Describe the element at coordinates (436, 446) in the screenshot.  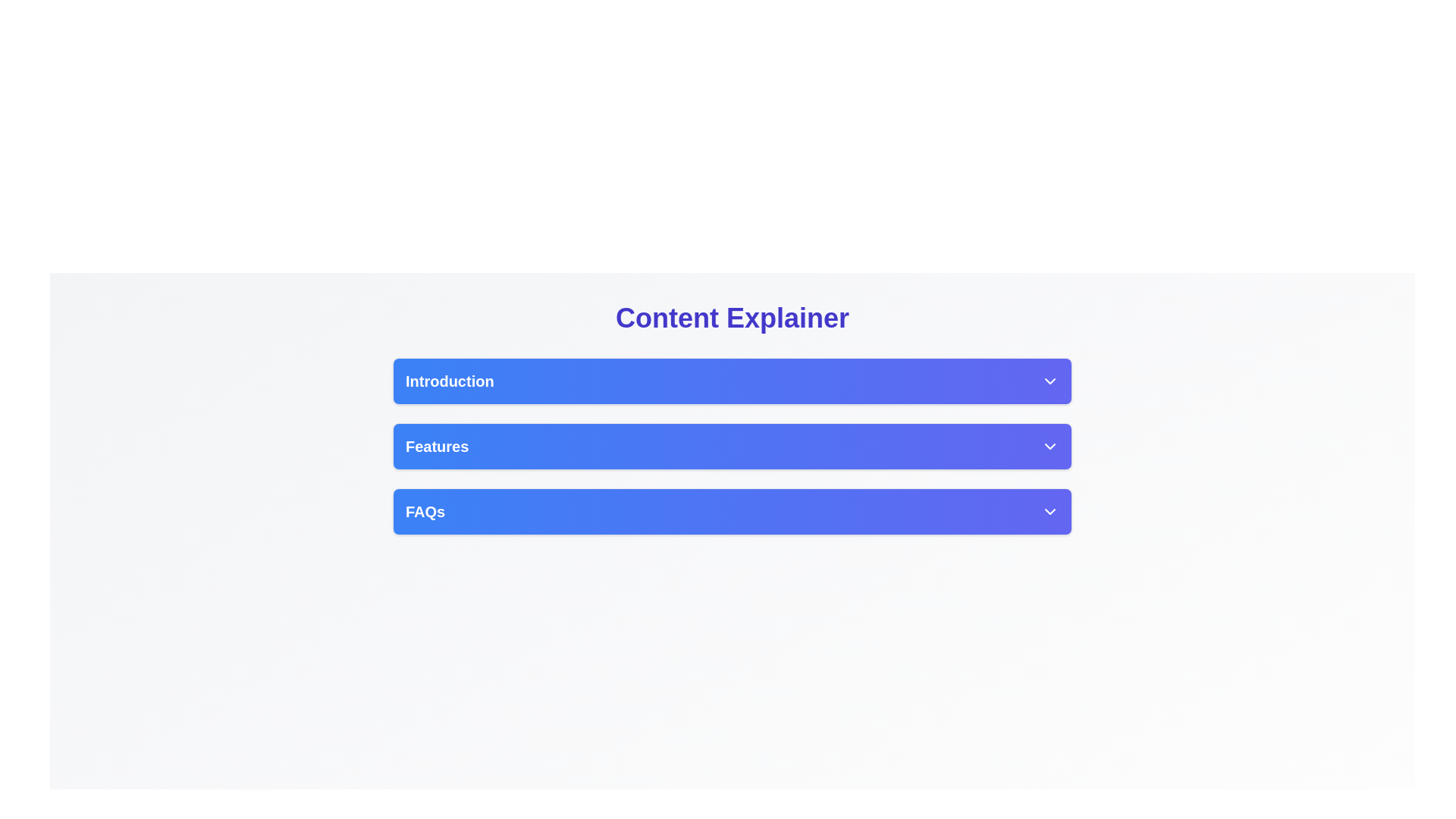
I see `the non-interactive text label containing the word 'Features', which is styled in a larger bold font and is located within a gradient background banner` at that location.